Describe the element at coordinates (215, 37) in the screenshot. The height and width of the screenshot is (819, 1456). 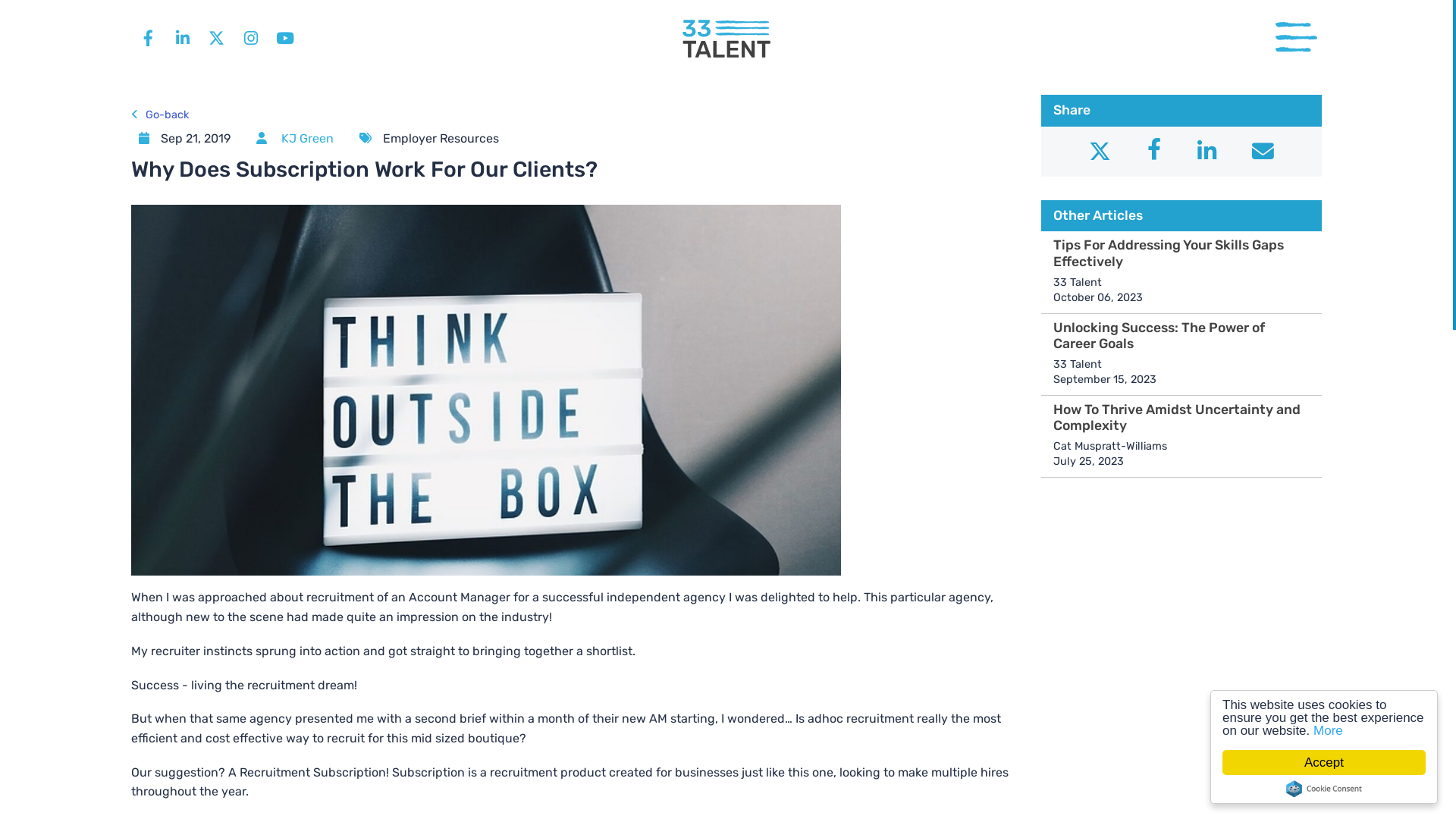
I see `'twitter'` at that location.